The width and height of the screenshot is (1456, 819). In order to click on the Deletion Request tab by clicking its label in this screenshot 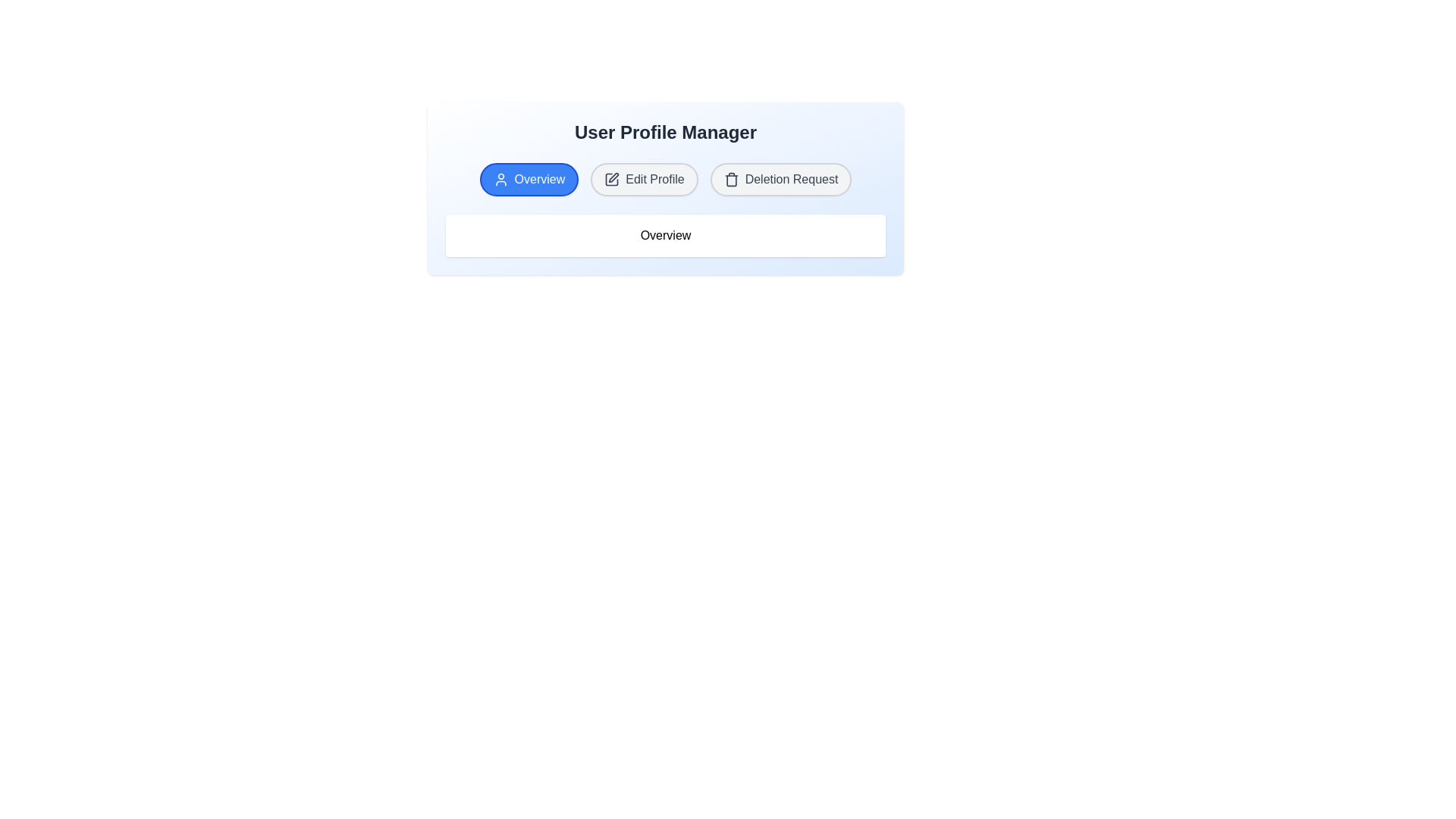, I will do `click(781, 178)`.